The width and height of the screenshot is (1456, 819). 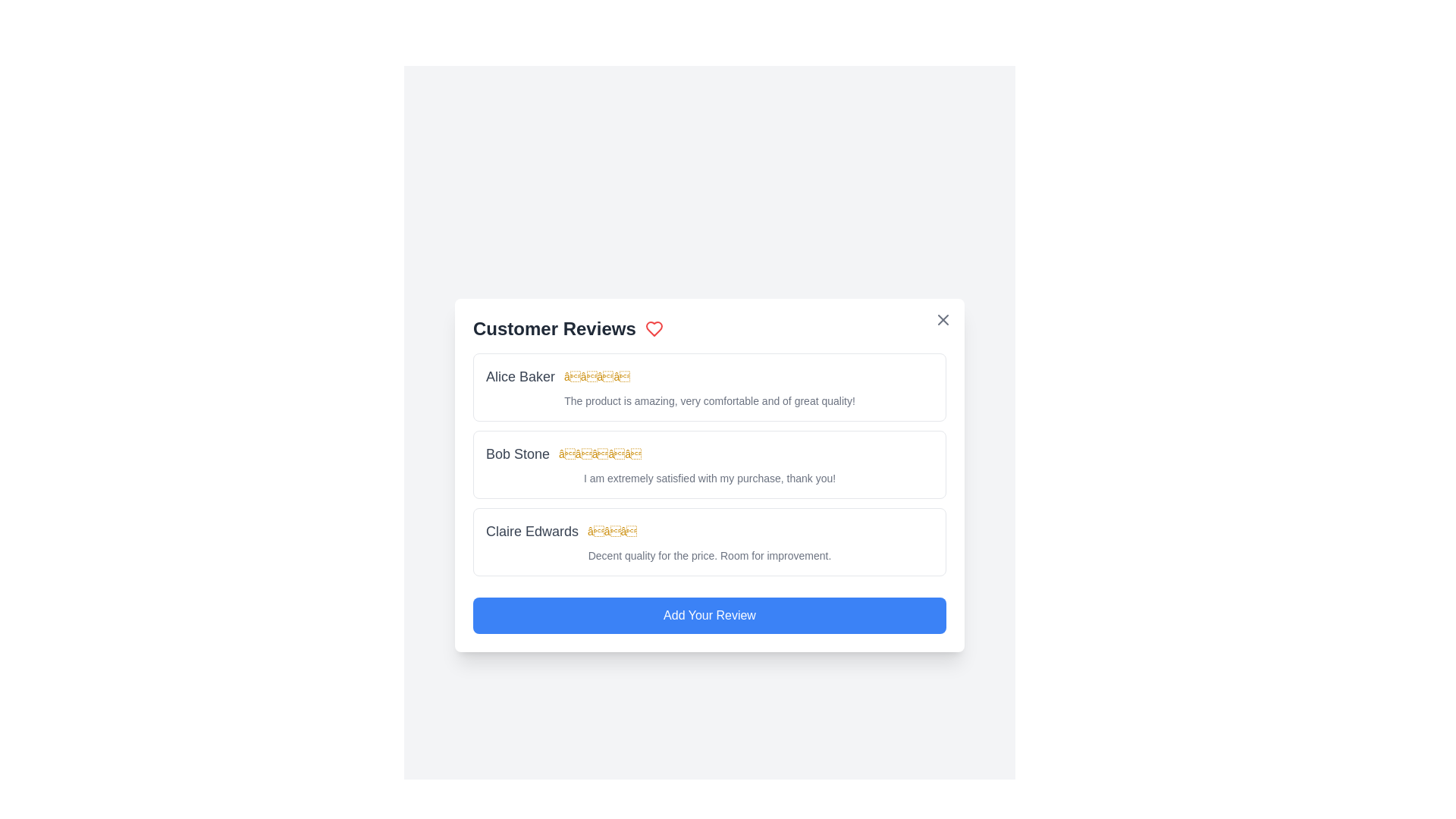 I want to click on the review of Alice Baker to observe any changes, so click(x=709, y=386).